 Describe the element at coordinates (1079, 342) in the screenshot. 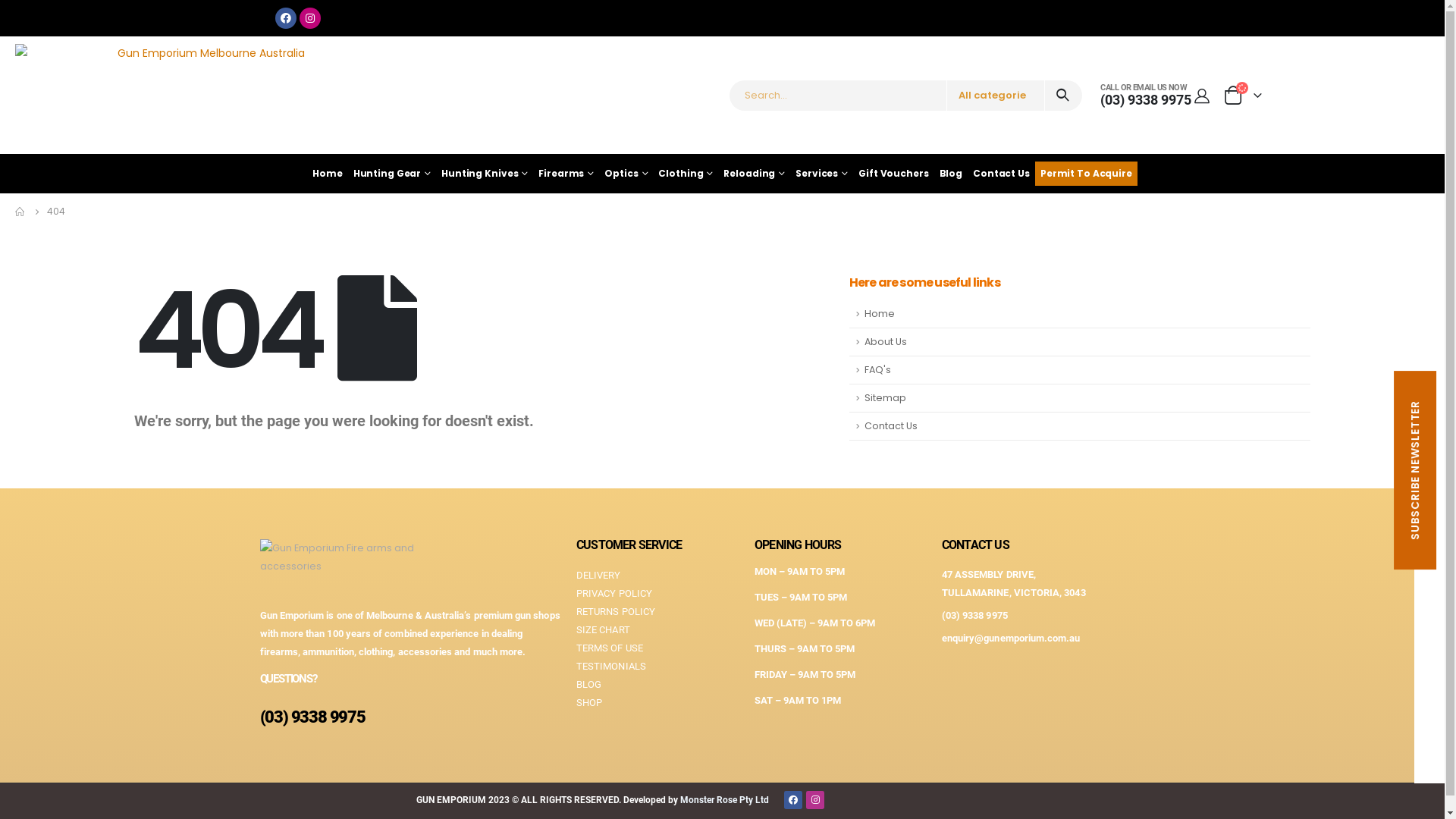

I see `'About Us'` at that location.